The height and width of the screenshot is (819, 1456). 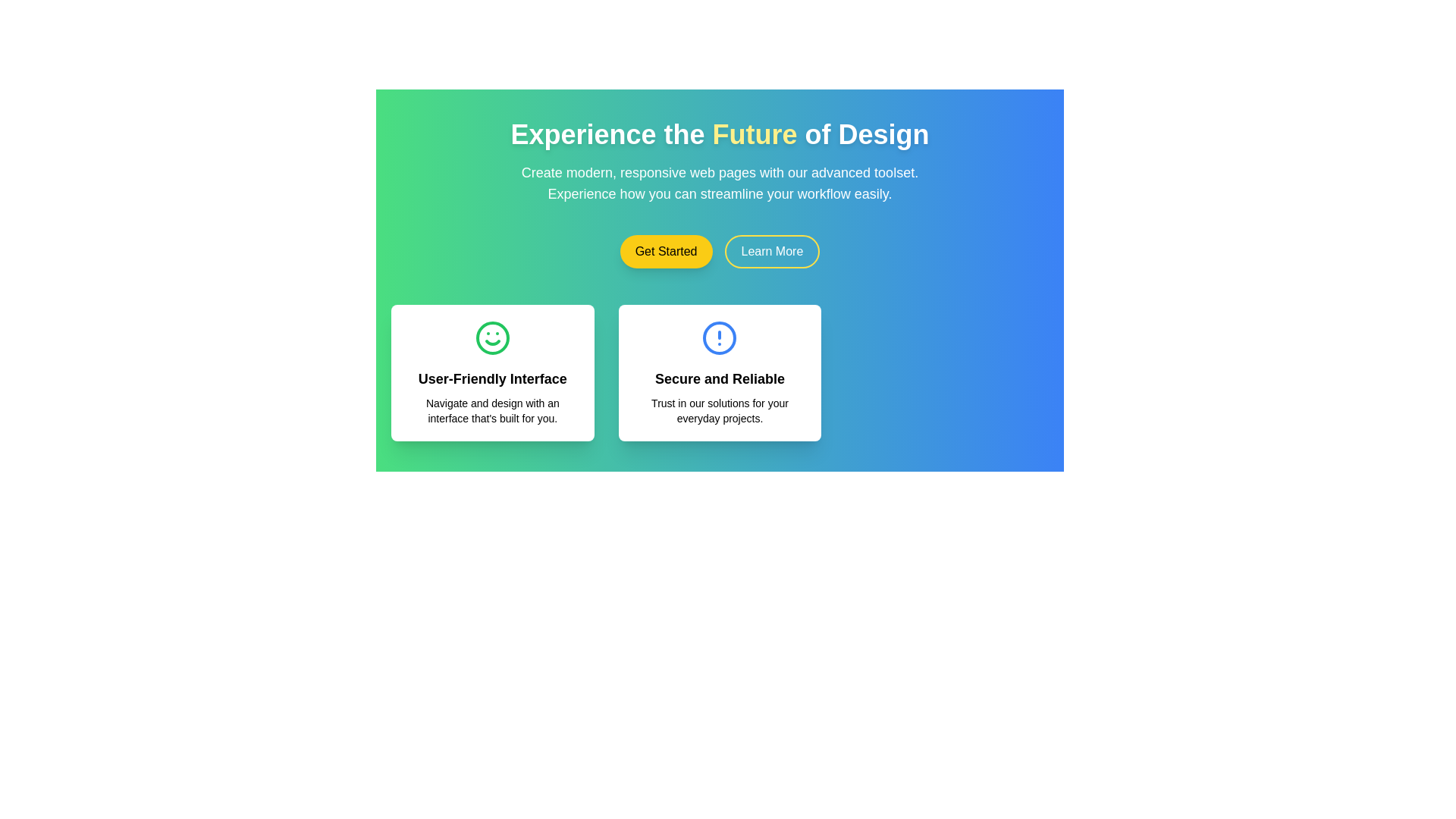 I want to click on circular blue outlined icon with an exclamation mark located in the card labeled 'Secure and Reliable' for additional information, so click(x=719, y=337).